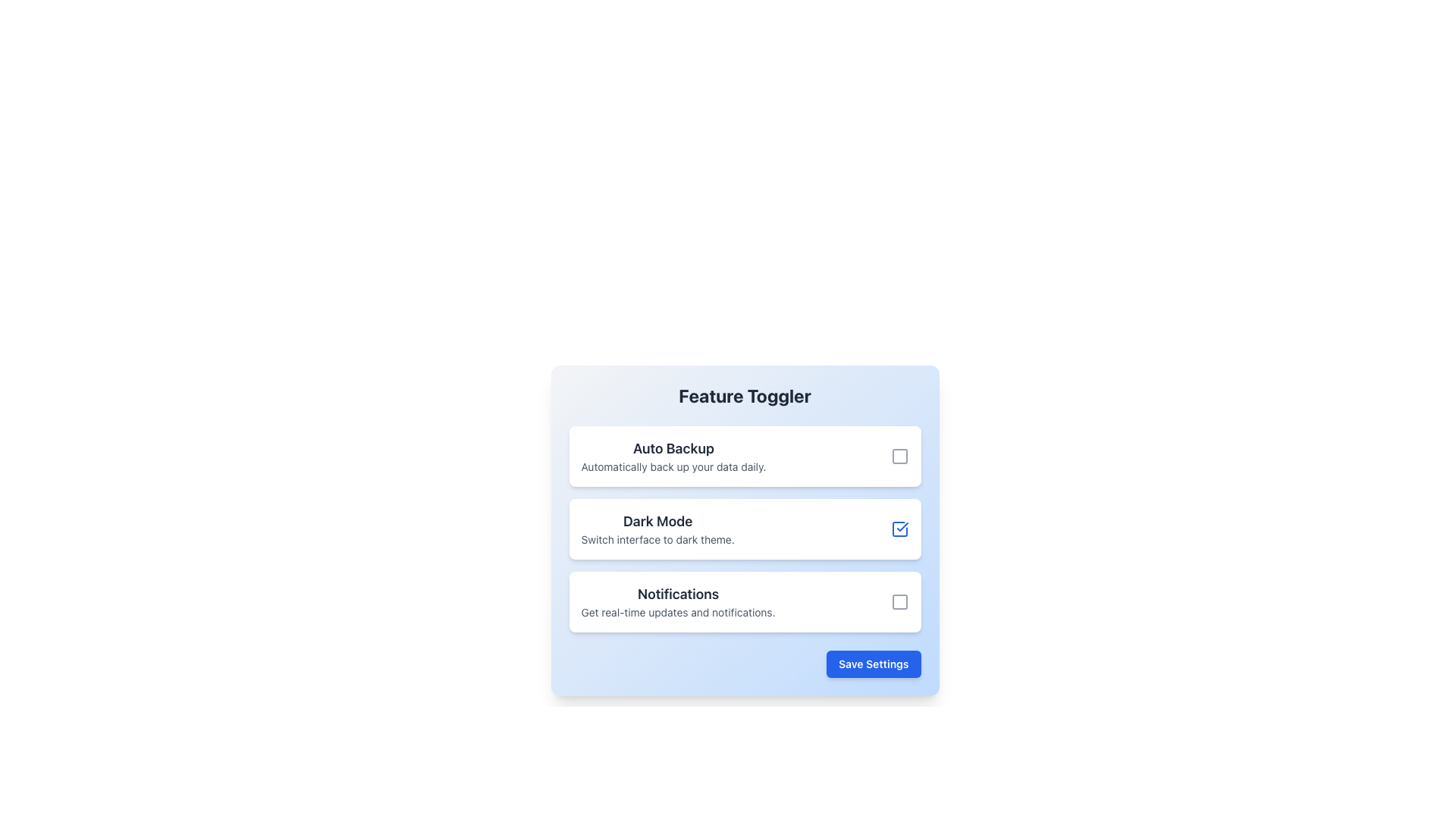 This screenshot has height=819, width=1456. Describe the element at coordinates (677, 611) in the screenshot. I see `text caption that says 'Get real-time updates and notifications.' located beneath the 'Notifications' heading in the Feature Toggler interface panel` at that location.